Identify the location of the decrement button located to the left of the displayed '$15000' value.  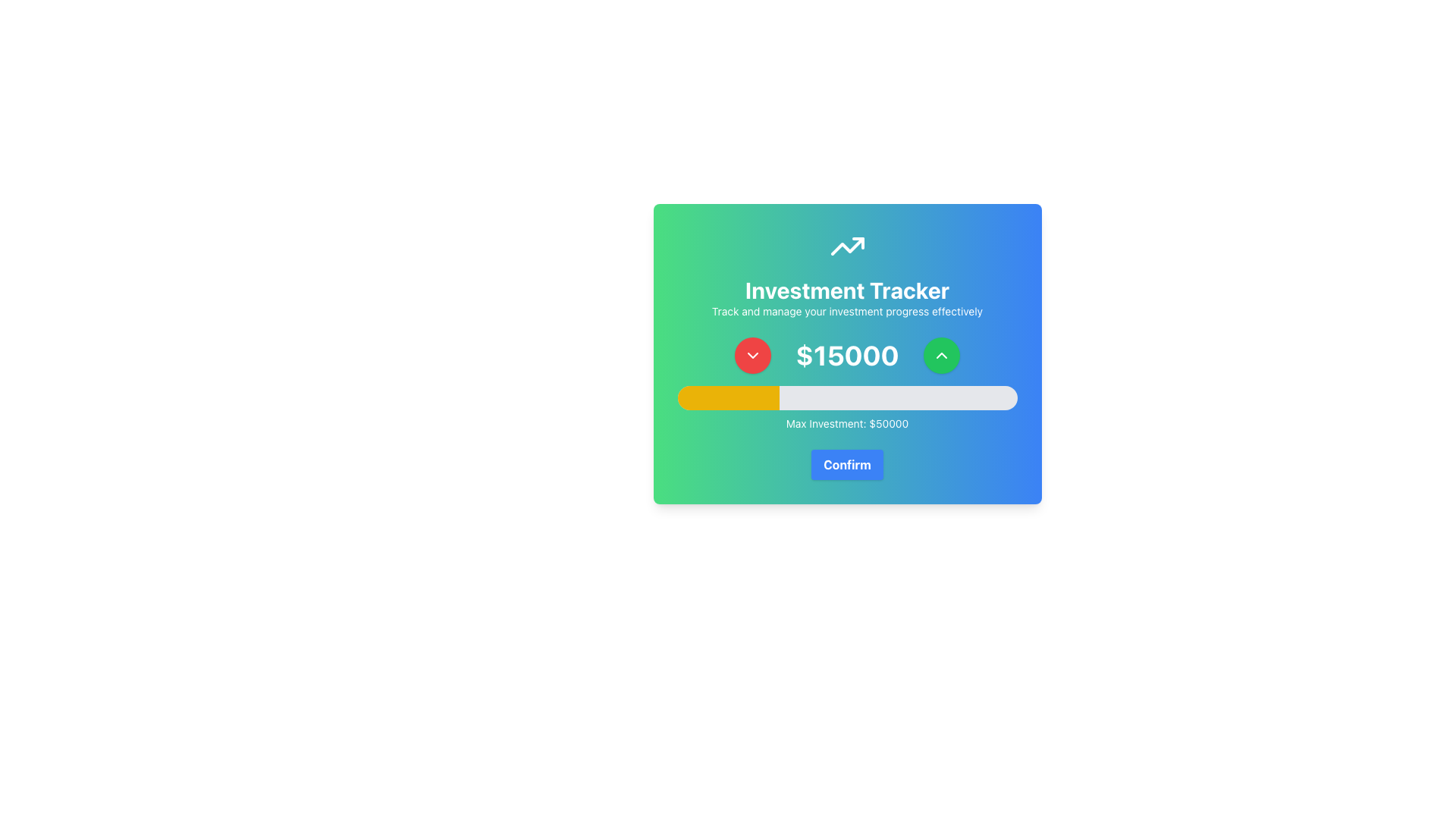
(753, 356).